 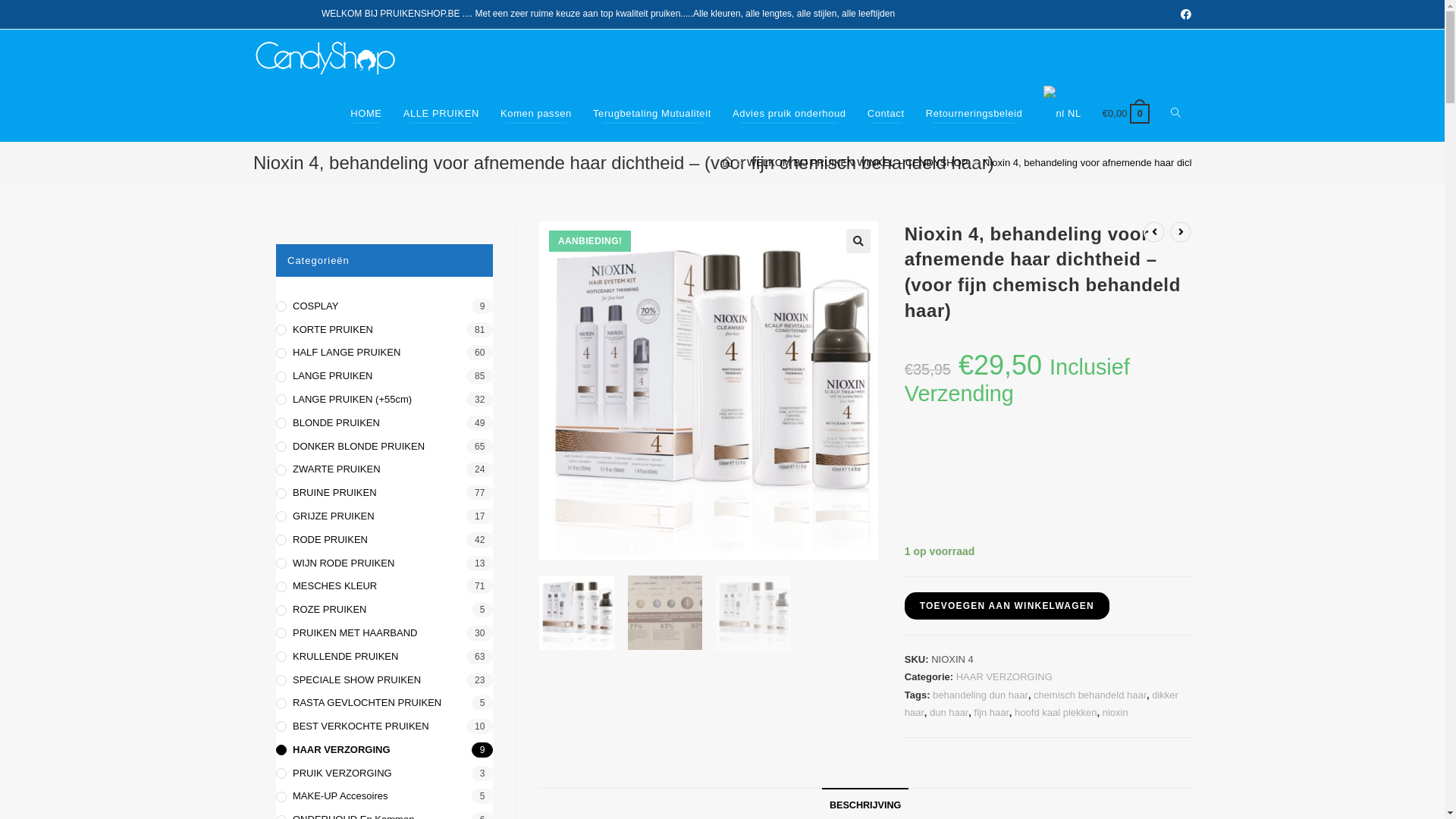 What do you see at coordinates (384, 469) in the screenshot?
I see `'ZWARTE PRUIKEN'` at bounding box center [384, 469].